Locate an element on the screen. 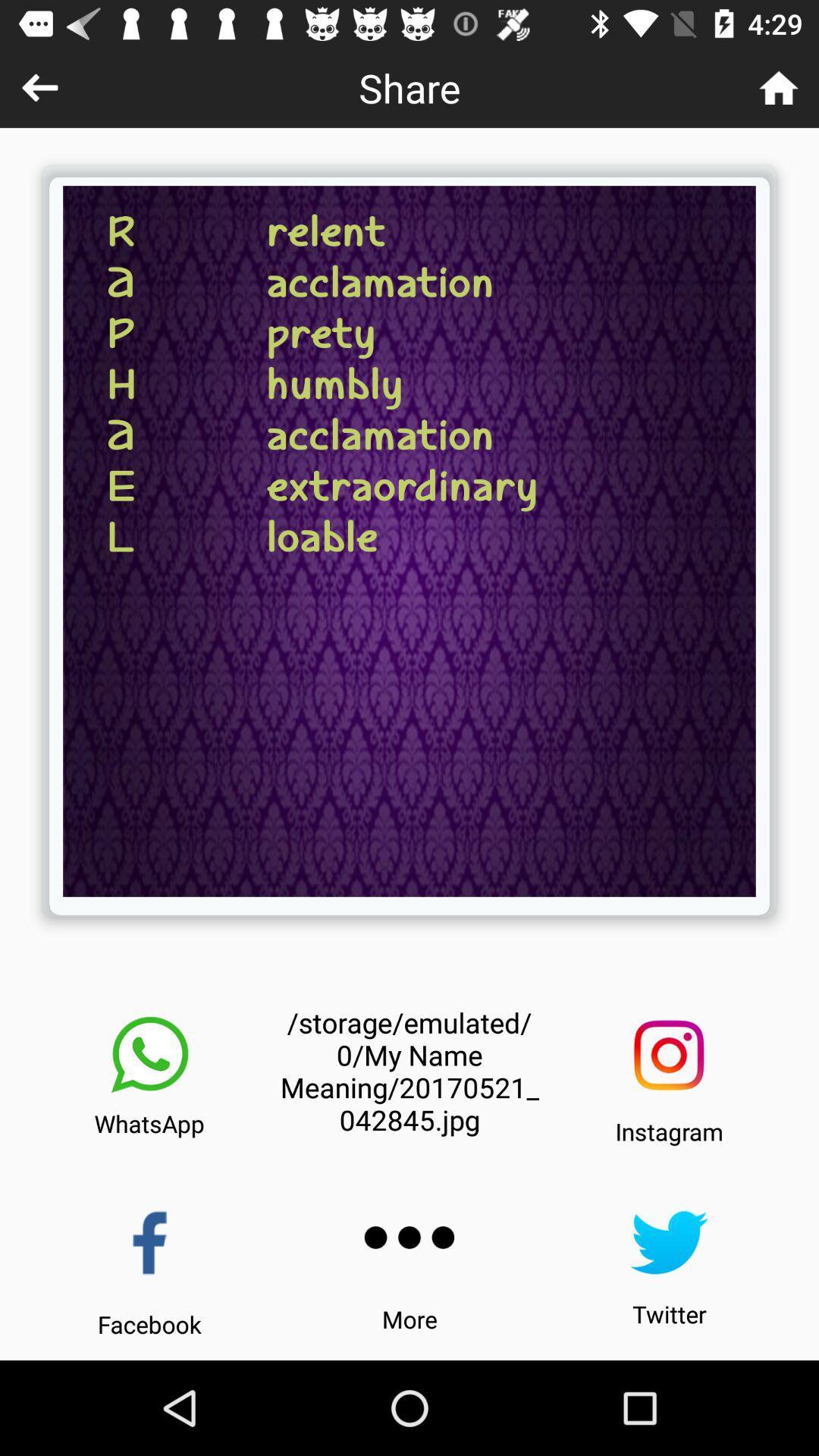 The height and width of the screenshot is (1456, 819). the photo icon is located at coordinates (668, 1054).